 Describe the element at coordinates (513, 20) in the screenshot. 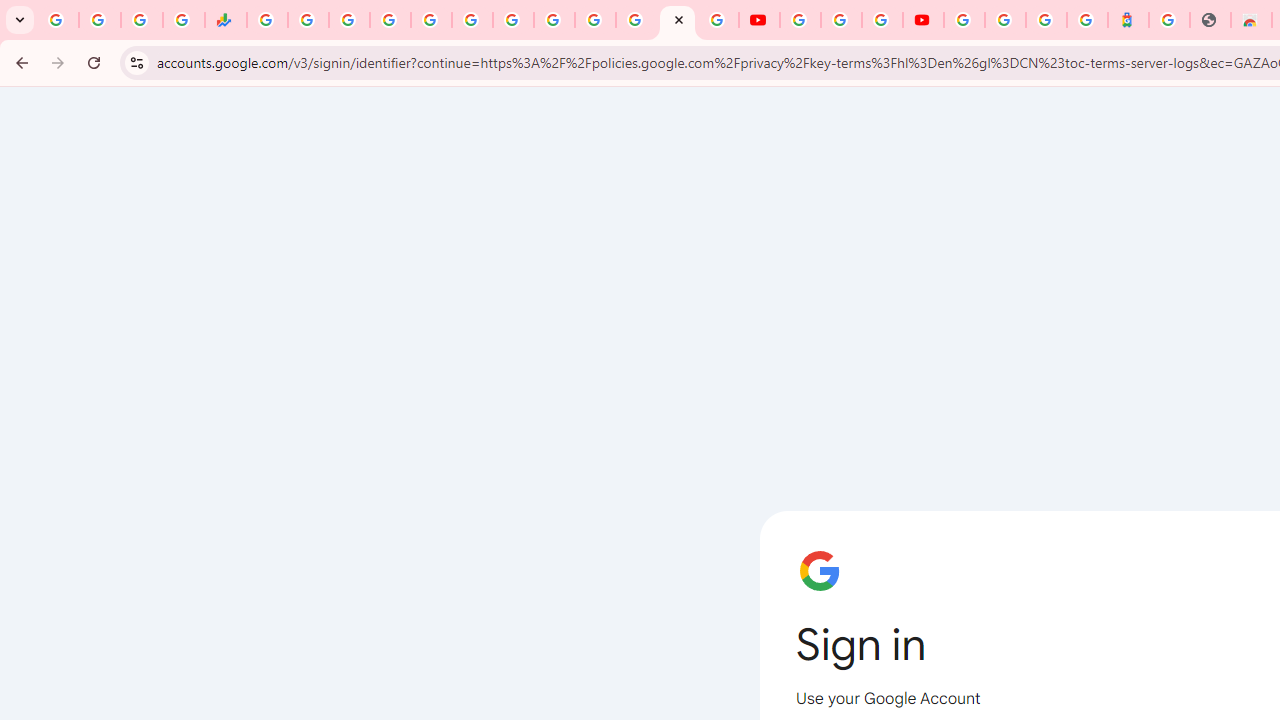

I see `'Android TV Policies and Guidelines - Transparency Center'` at that location.